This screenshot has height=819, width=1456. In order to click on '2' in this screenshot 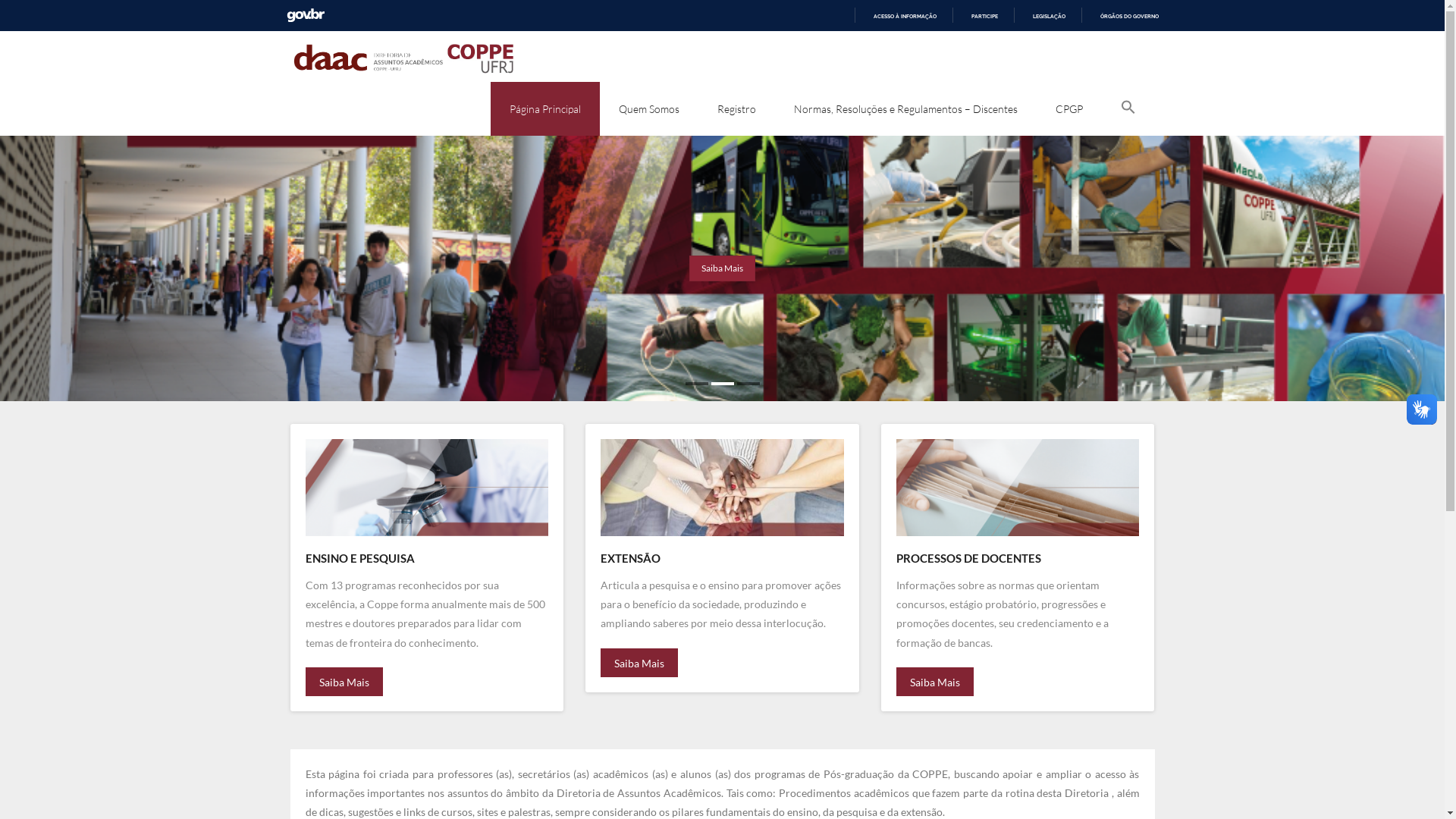, I will do `click(722, 382)`.